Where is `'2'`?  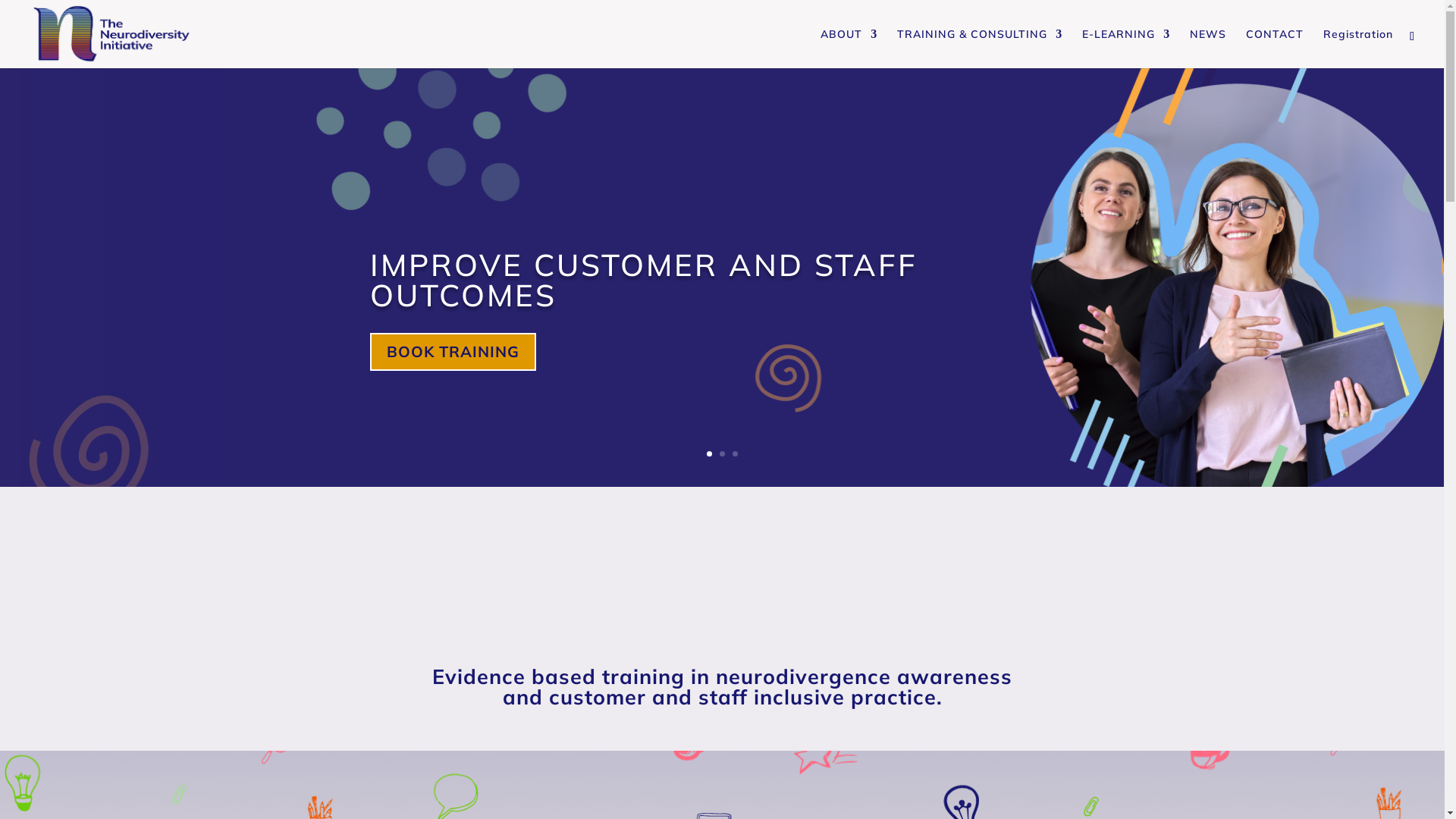 '2' is located at coordinates (721, 453).